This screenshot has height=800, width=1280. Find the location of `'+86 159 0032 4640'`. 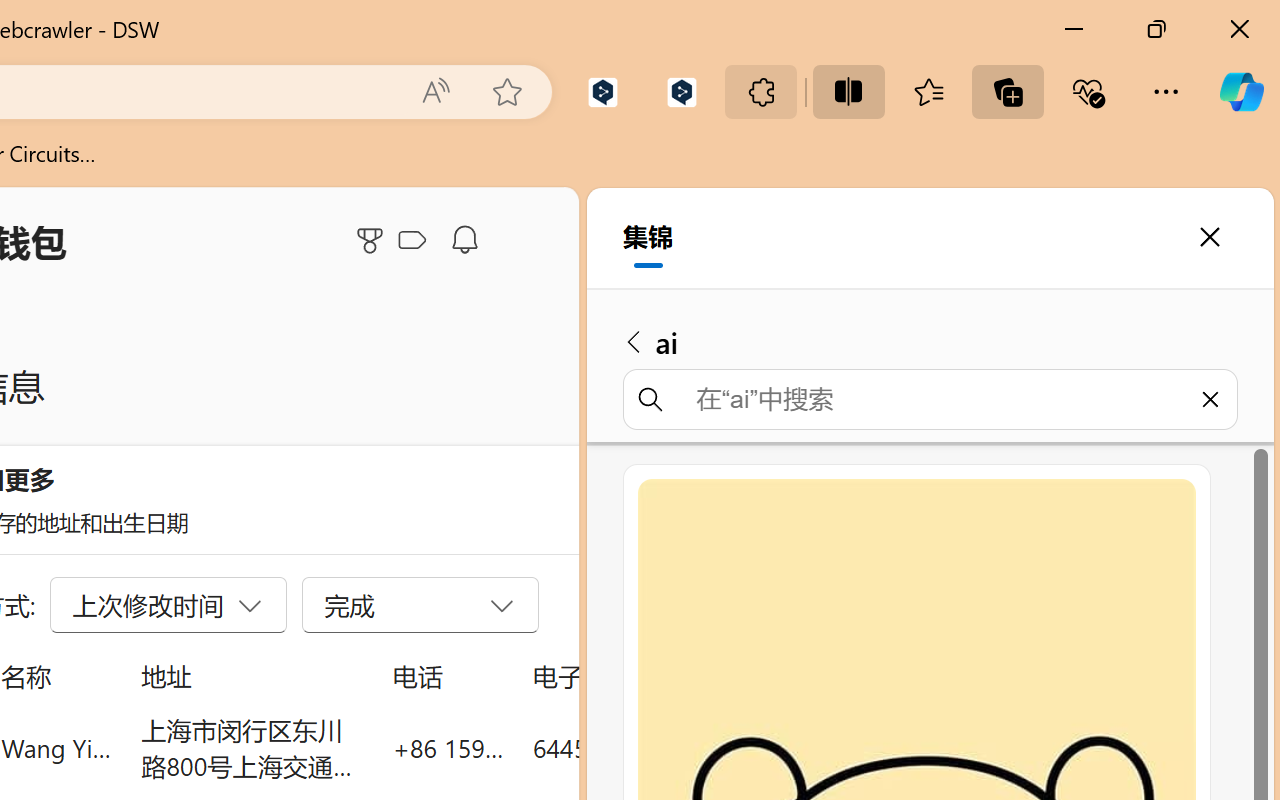

'+86 159 0032 4640' is located at coordinates (447, 747).